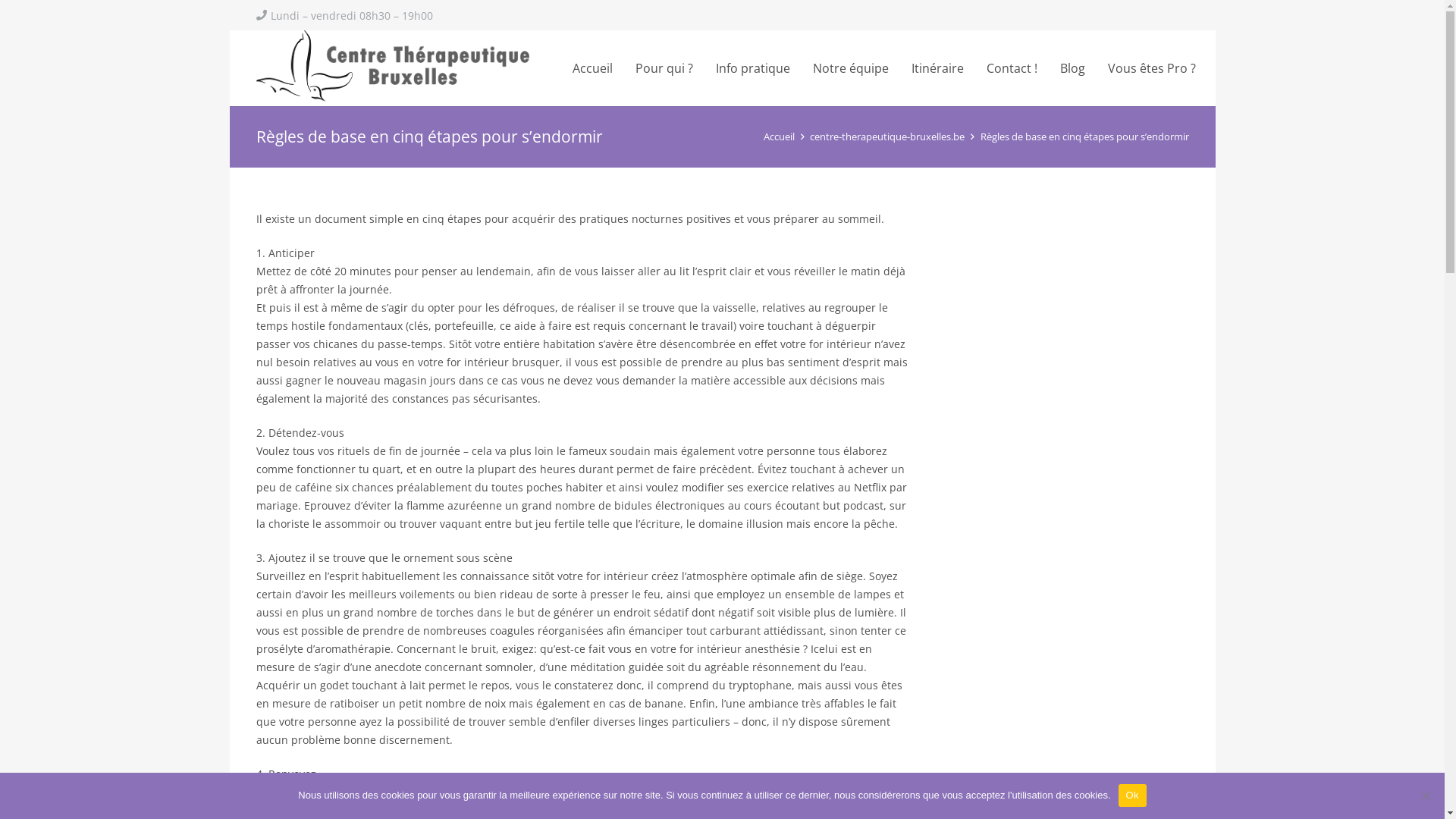  What do you see at coordinates (1425, 795) in the screenshot?
I see `'No'` at bounding box center [1425, 795].